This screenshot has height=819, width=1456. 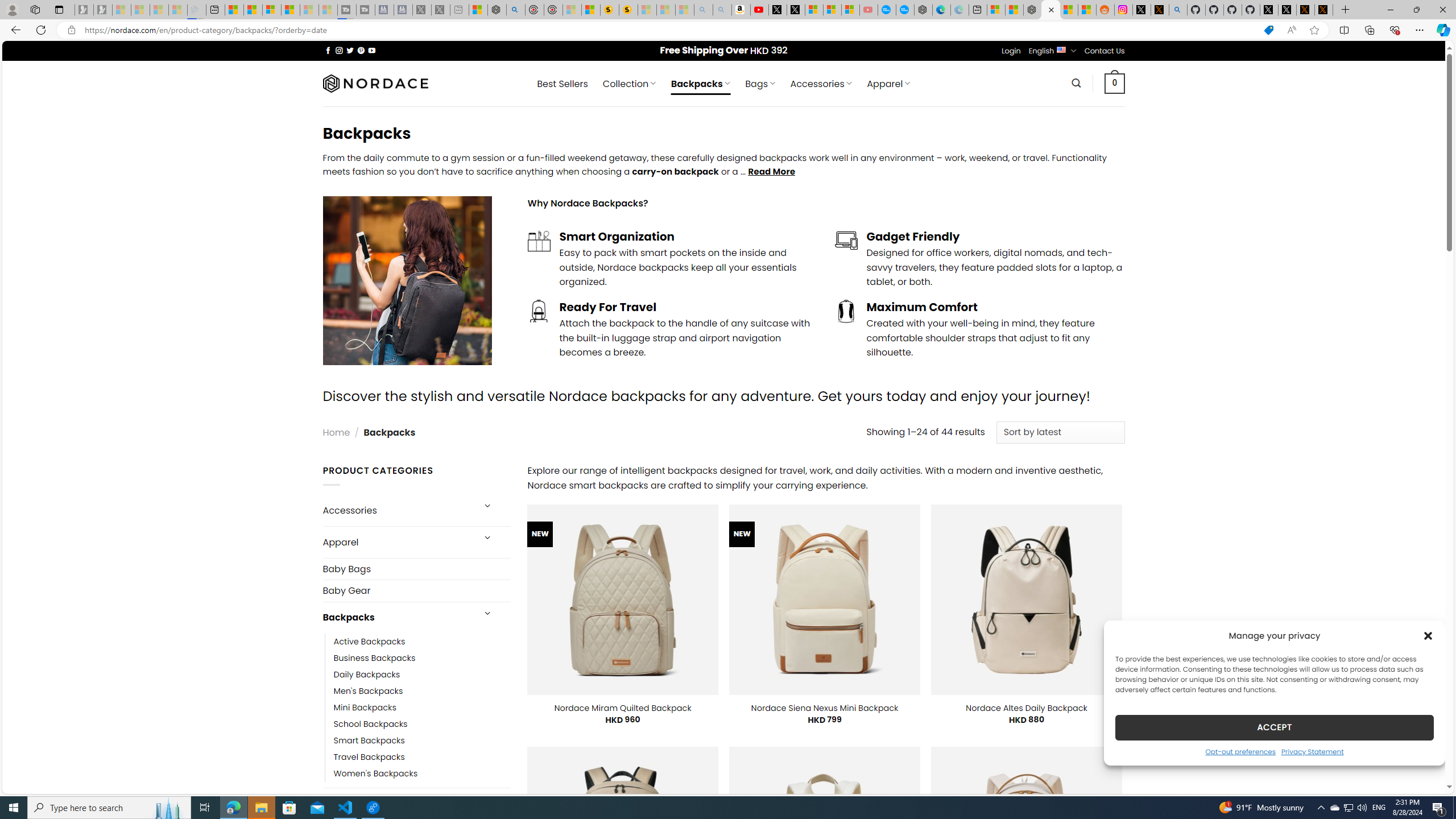 I want to click on 'Women', so click(x=421, y=773).